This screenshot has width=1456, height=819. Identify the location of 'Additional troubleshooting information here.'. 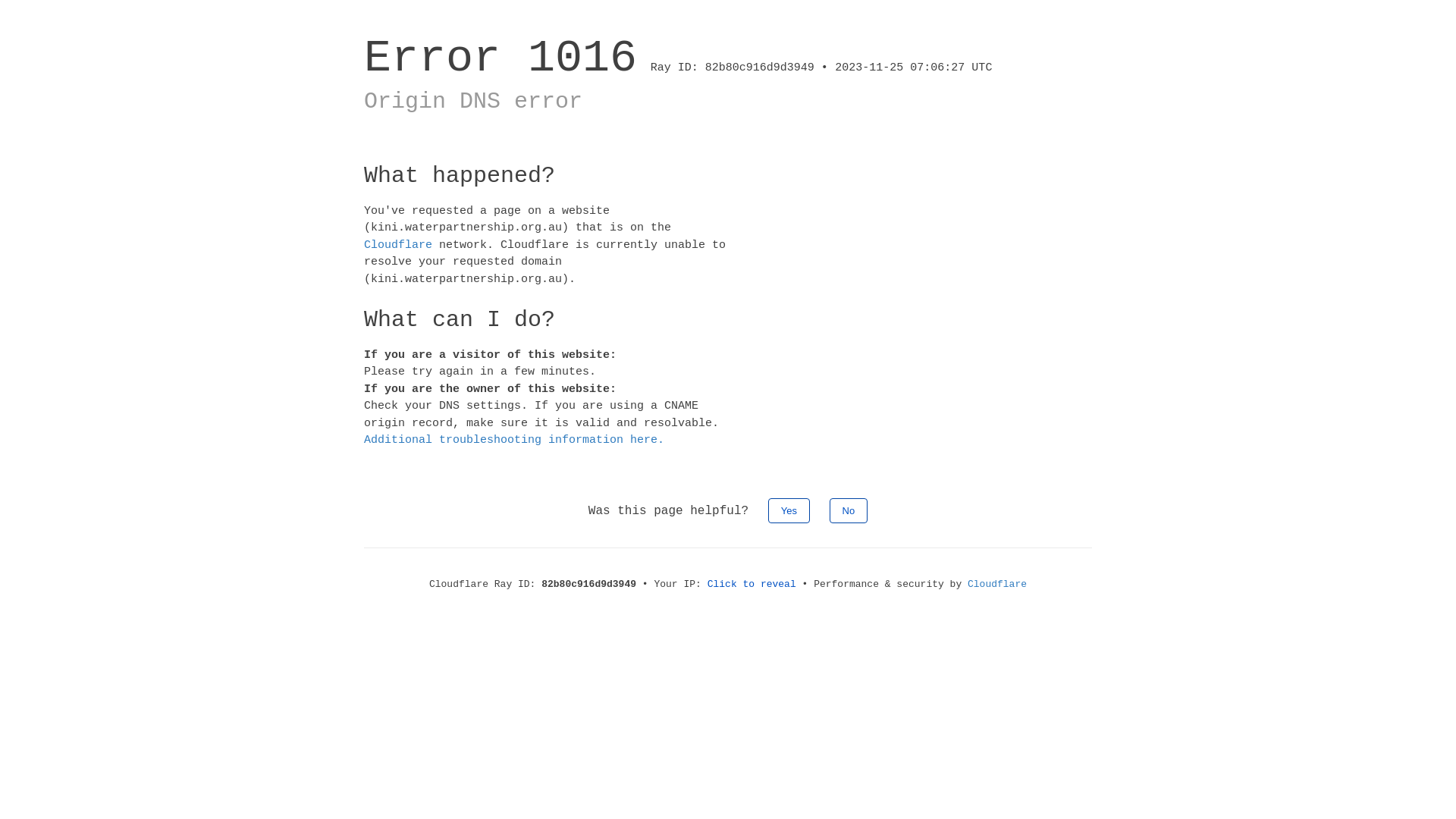
(513, 440).